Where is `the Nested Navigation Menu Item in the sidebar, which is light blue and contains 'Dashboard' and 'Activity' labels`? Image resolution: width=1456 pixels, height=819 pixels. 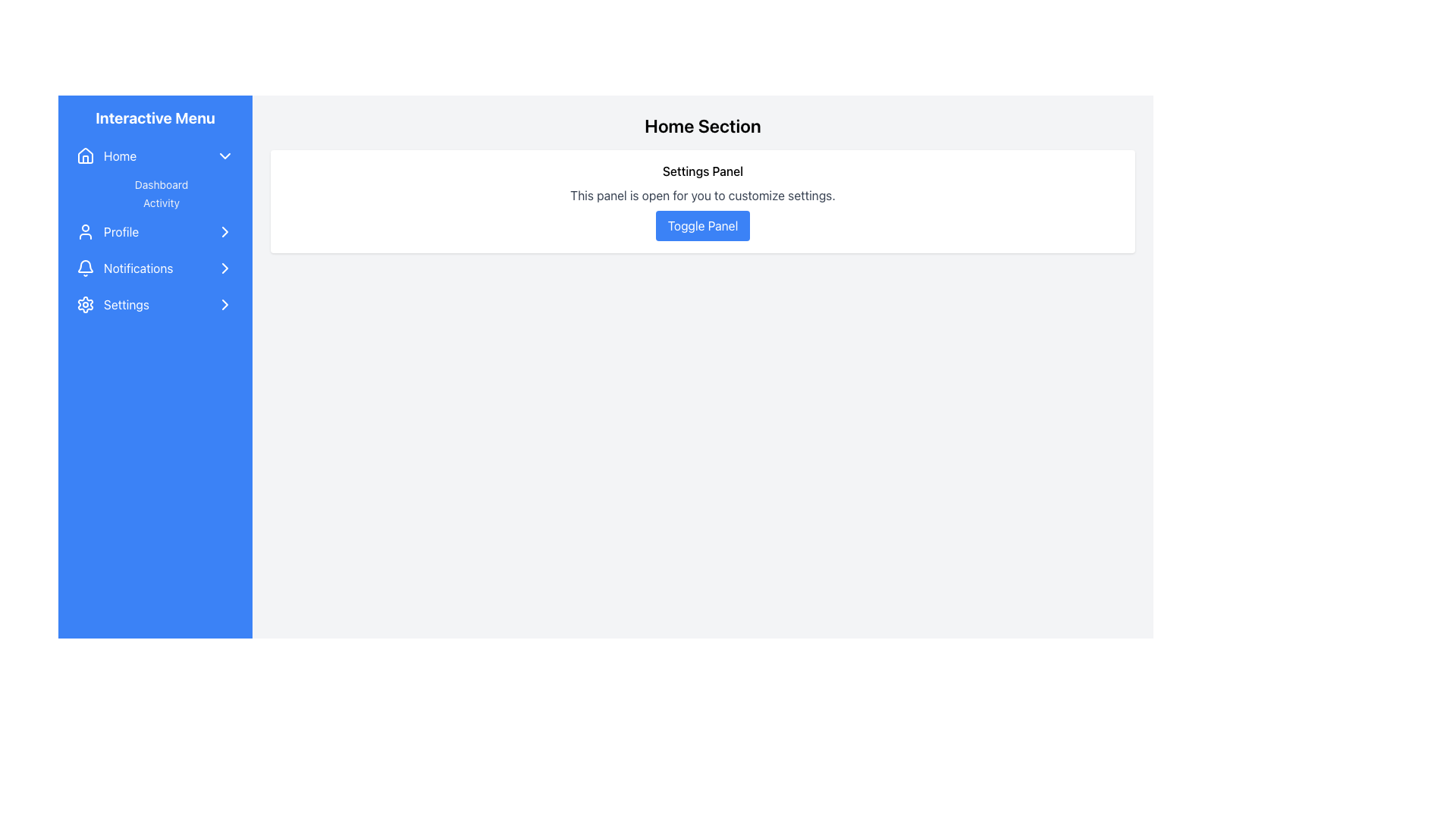 the Nested Navigation Menu Item in the sidebar, which is light blue and contains 'Dashboard' and 'Activity' labels is located at coordinates (155, 174).